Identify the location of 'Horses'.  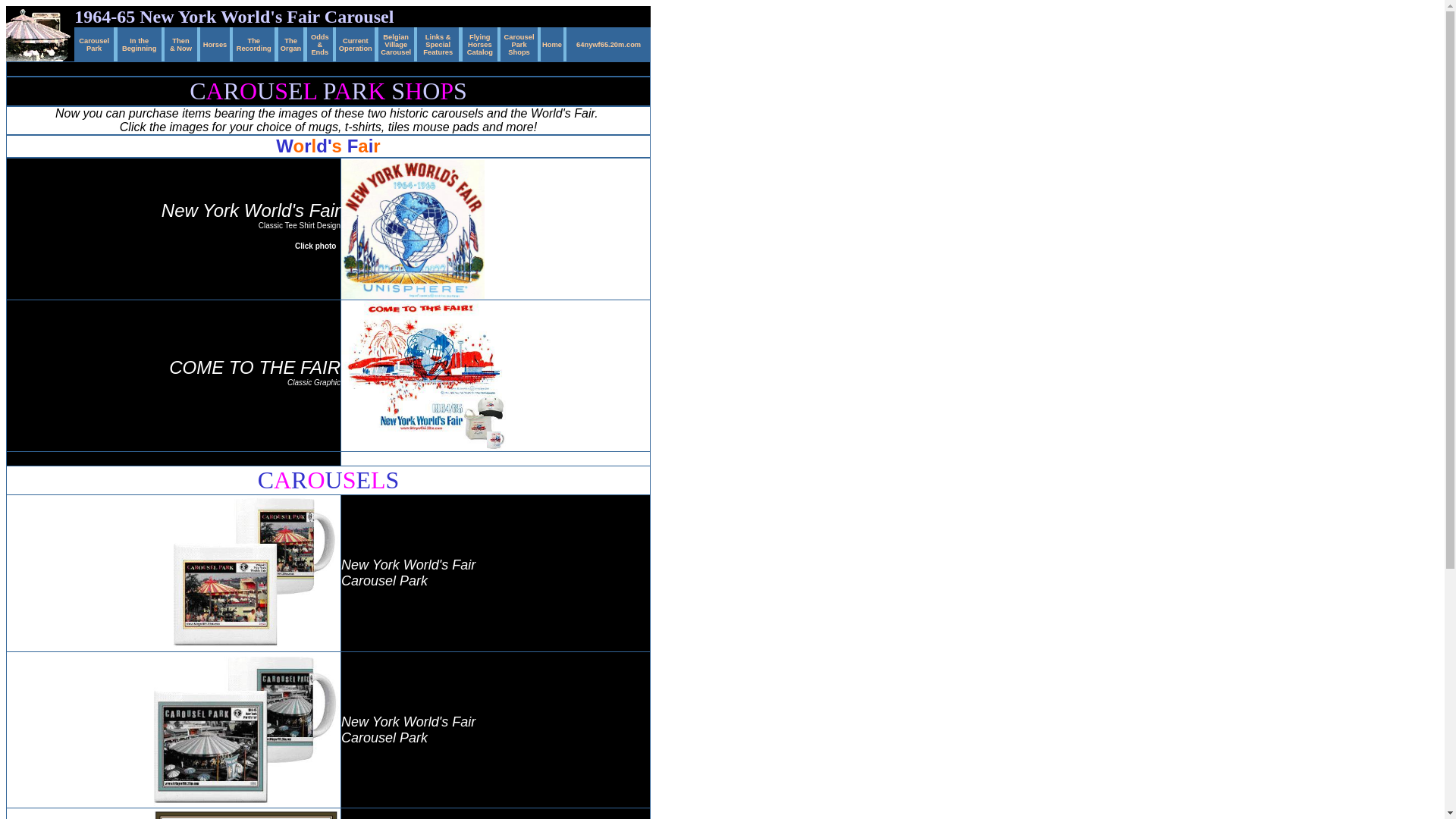
(214, 42).